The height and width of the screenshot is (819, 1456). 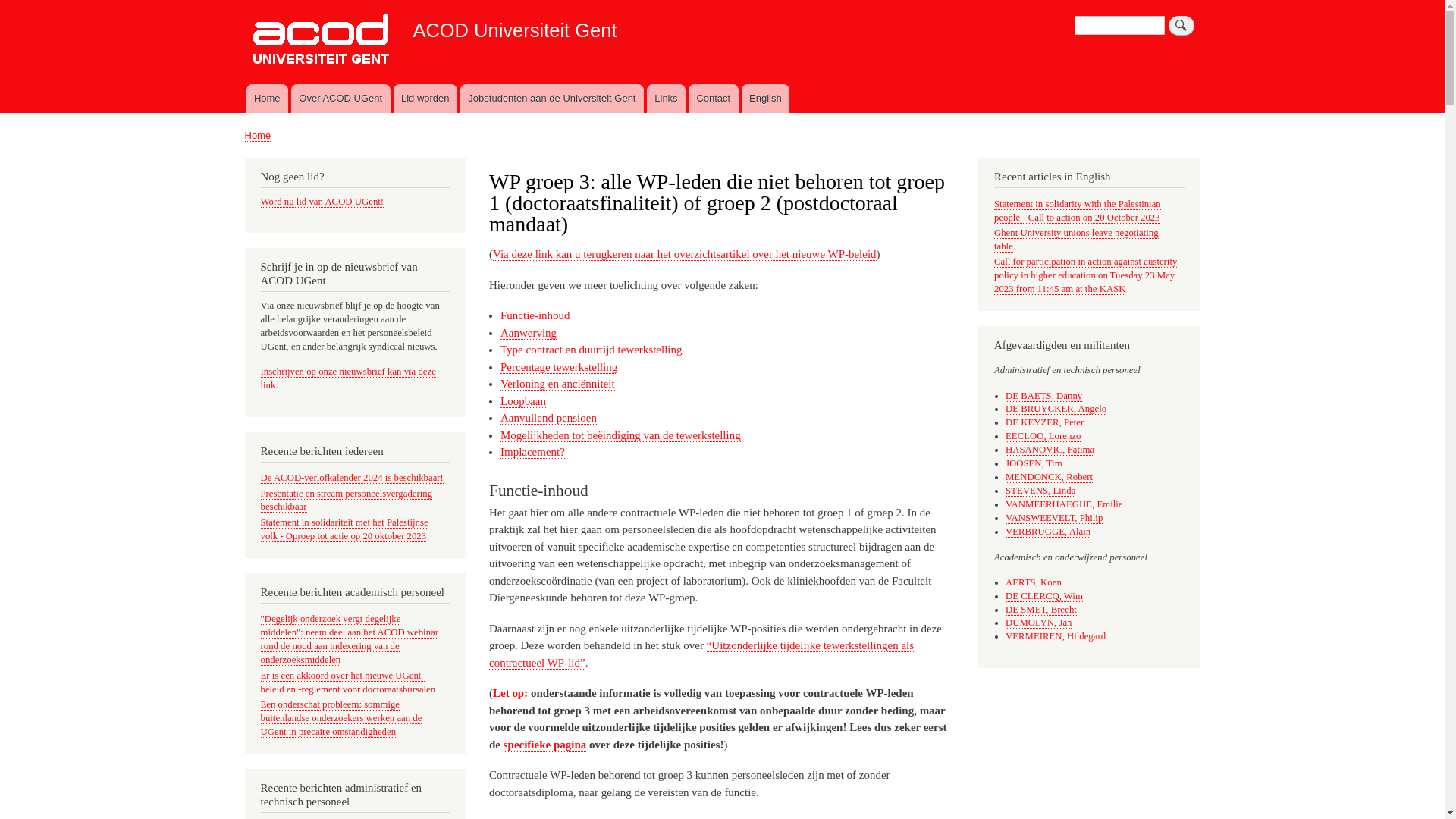 What do you see at coordinates (1181, 26) in the screenshot?
I see `'Search'` at bounding box center [1181, 26].